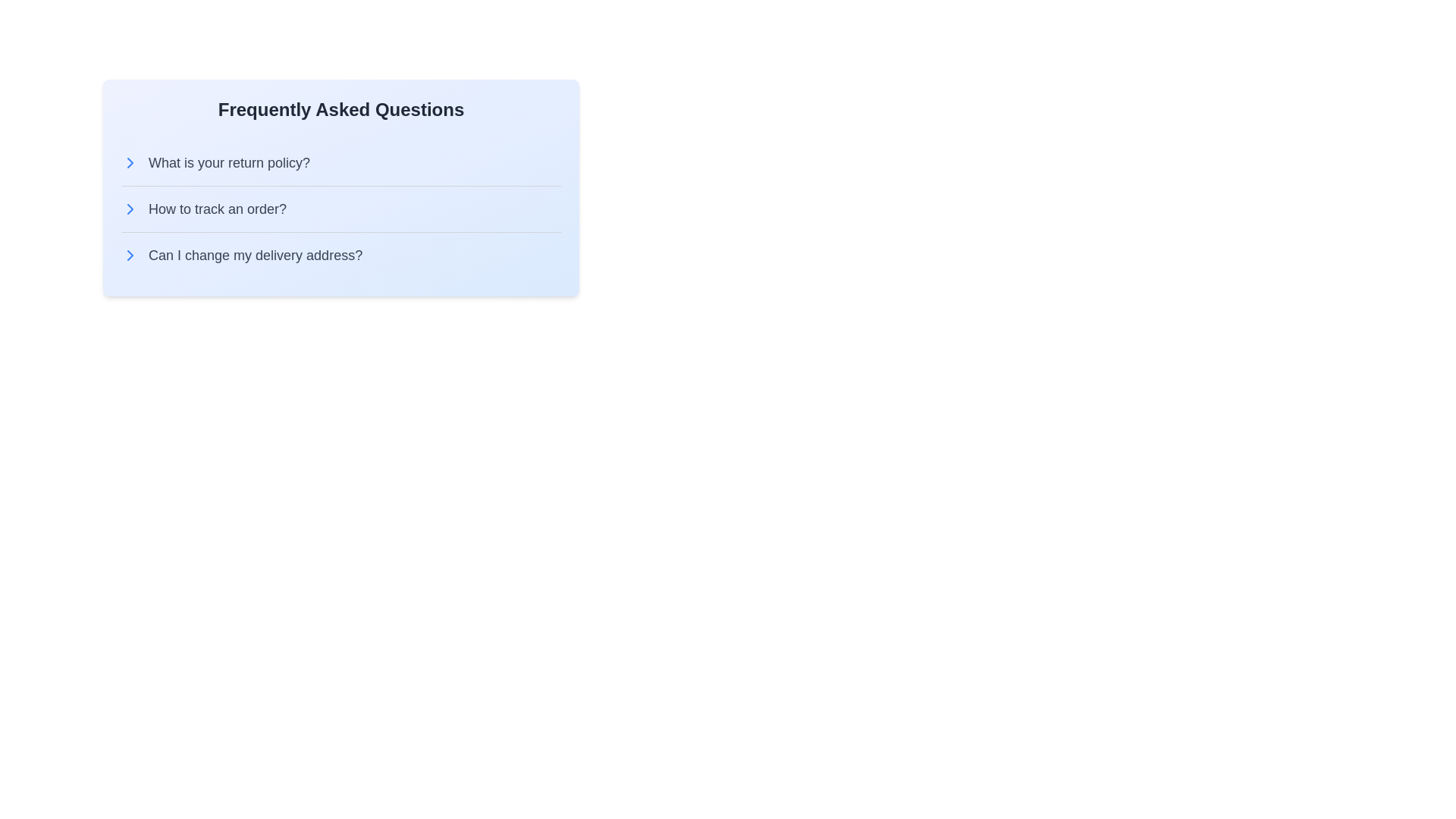  I want to click on the button labeled 'Can I change my delivery address?' which is styled as a light blue rectangular block and located in the Frequently Asked Questions section, so click(340, 254).